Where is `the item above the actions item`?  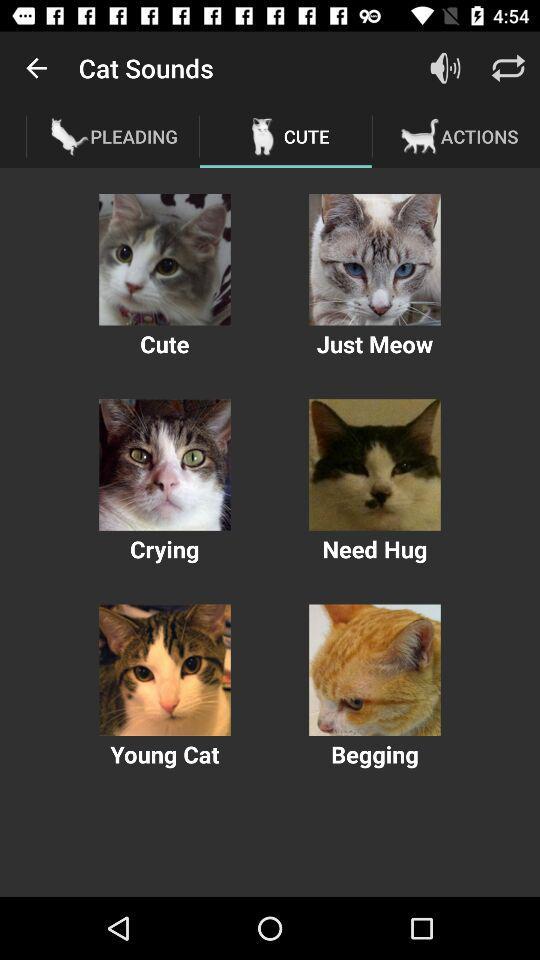
the item above the actions item is located at coordinates (508, 68).